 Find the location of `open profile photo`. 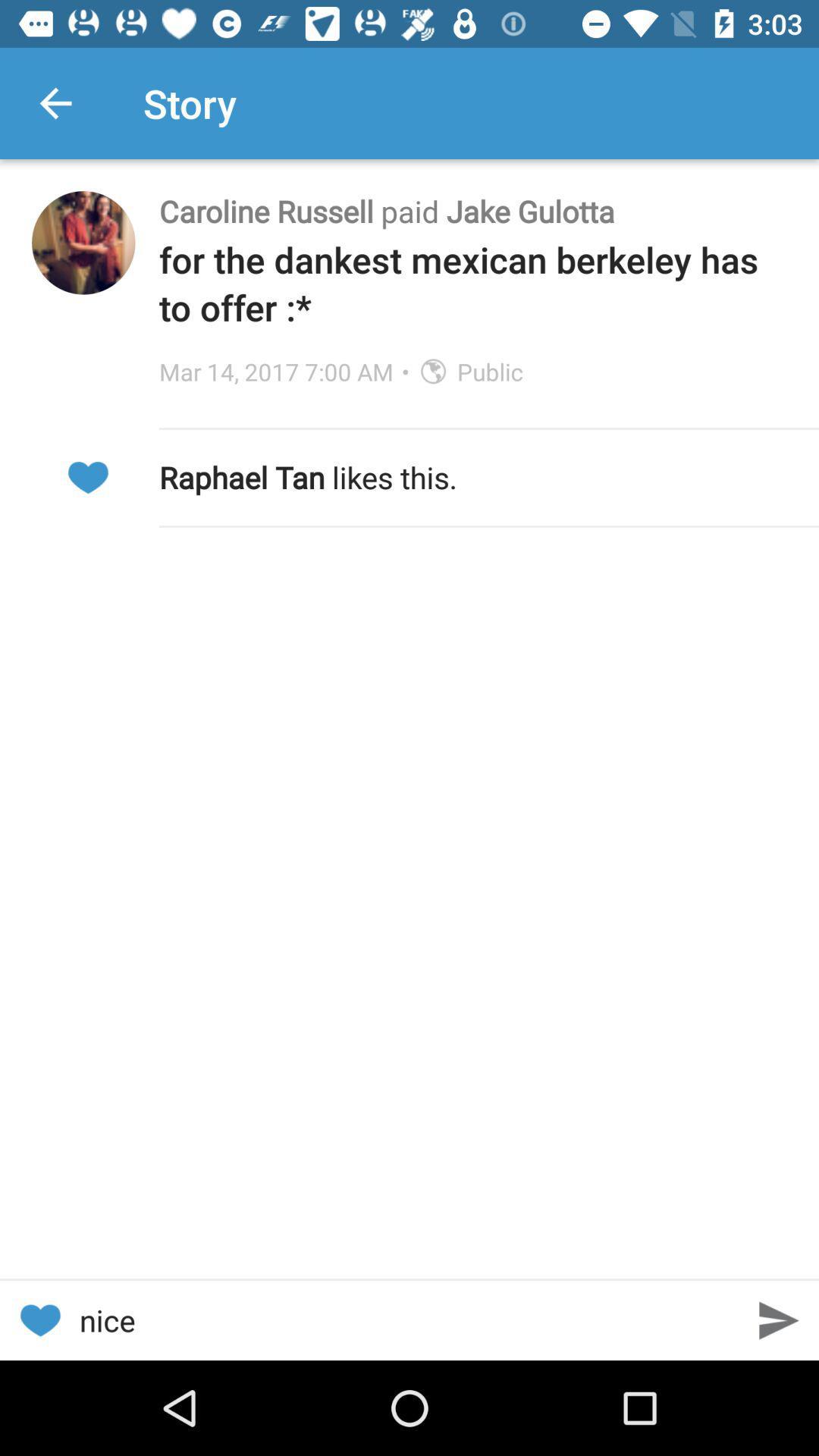

open profile photo is located at coordinates (83, 243).